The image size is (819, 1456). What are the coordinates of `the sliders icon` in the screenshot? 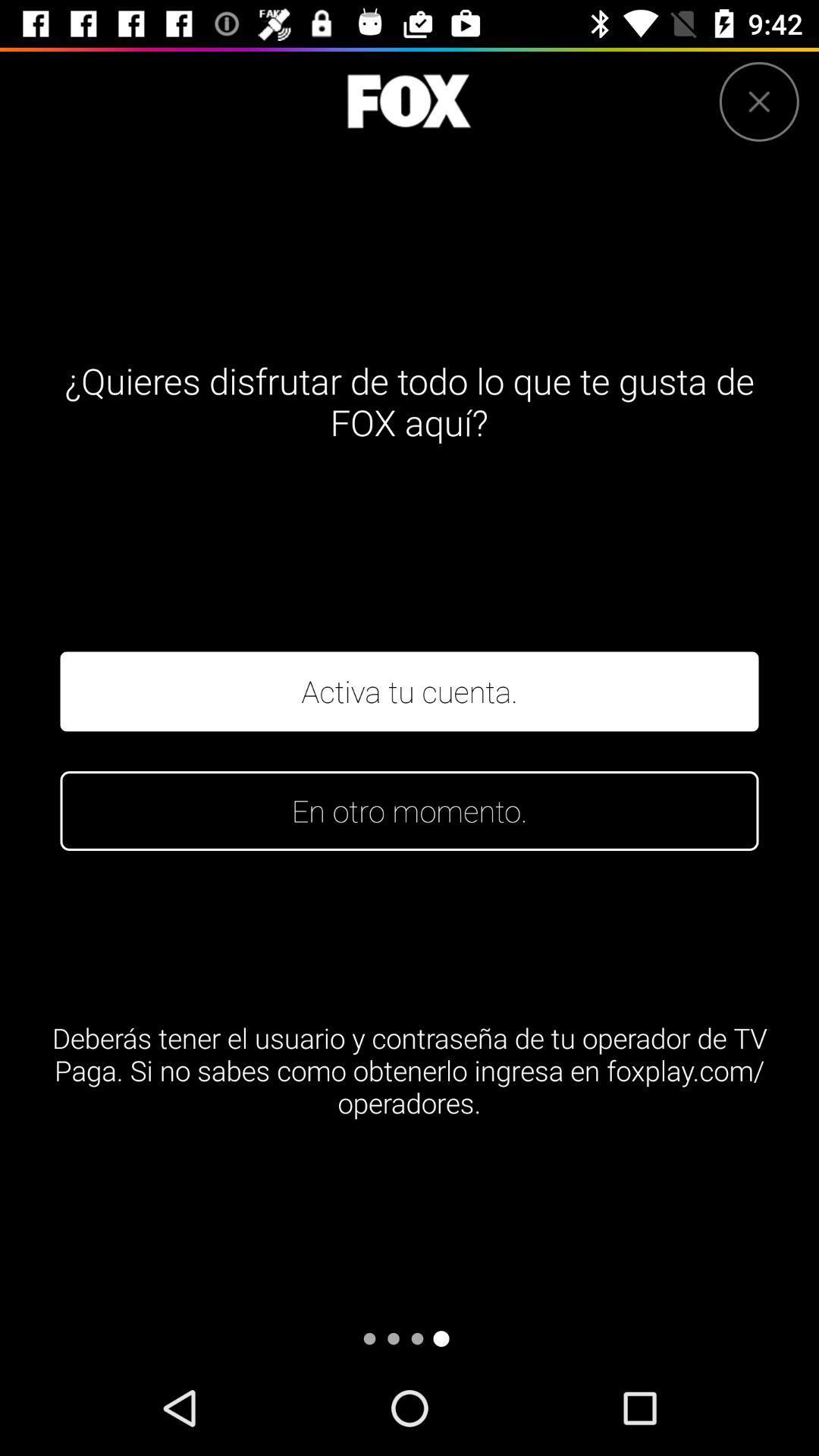 It's located at (408, 101).